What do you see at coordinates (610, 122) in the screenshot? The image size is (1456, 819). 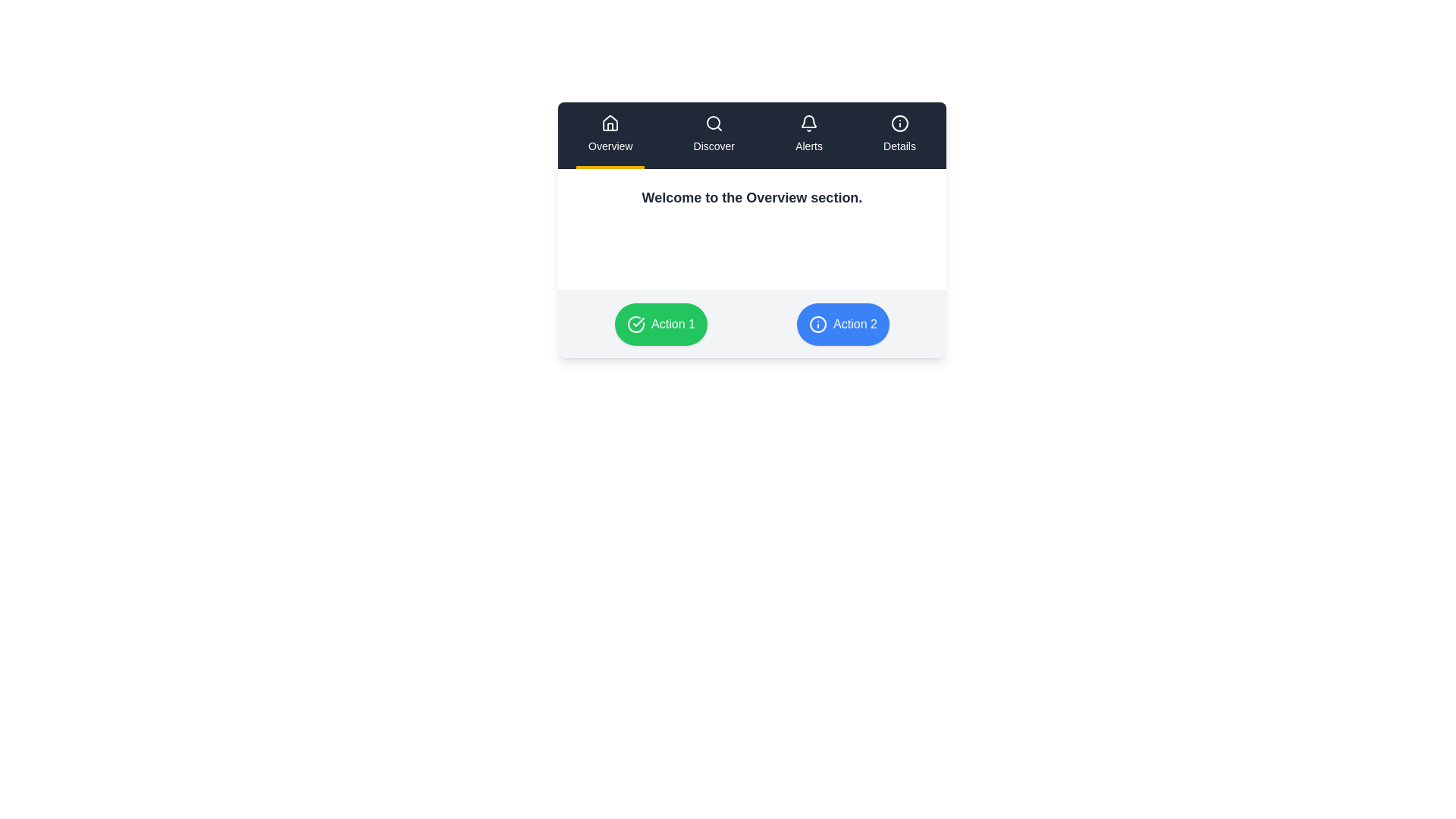 I see `the house icon in the navigation bar` at bounding box center [610, 122].